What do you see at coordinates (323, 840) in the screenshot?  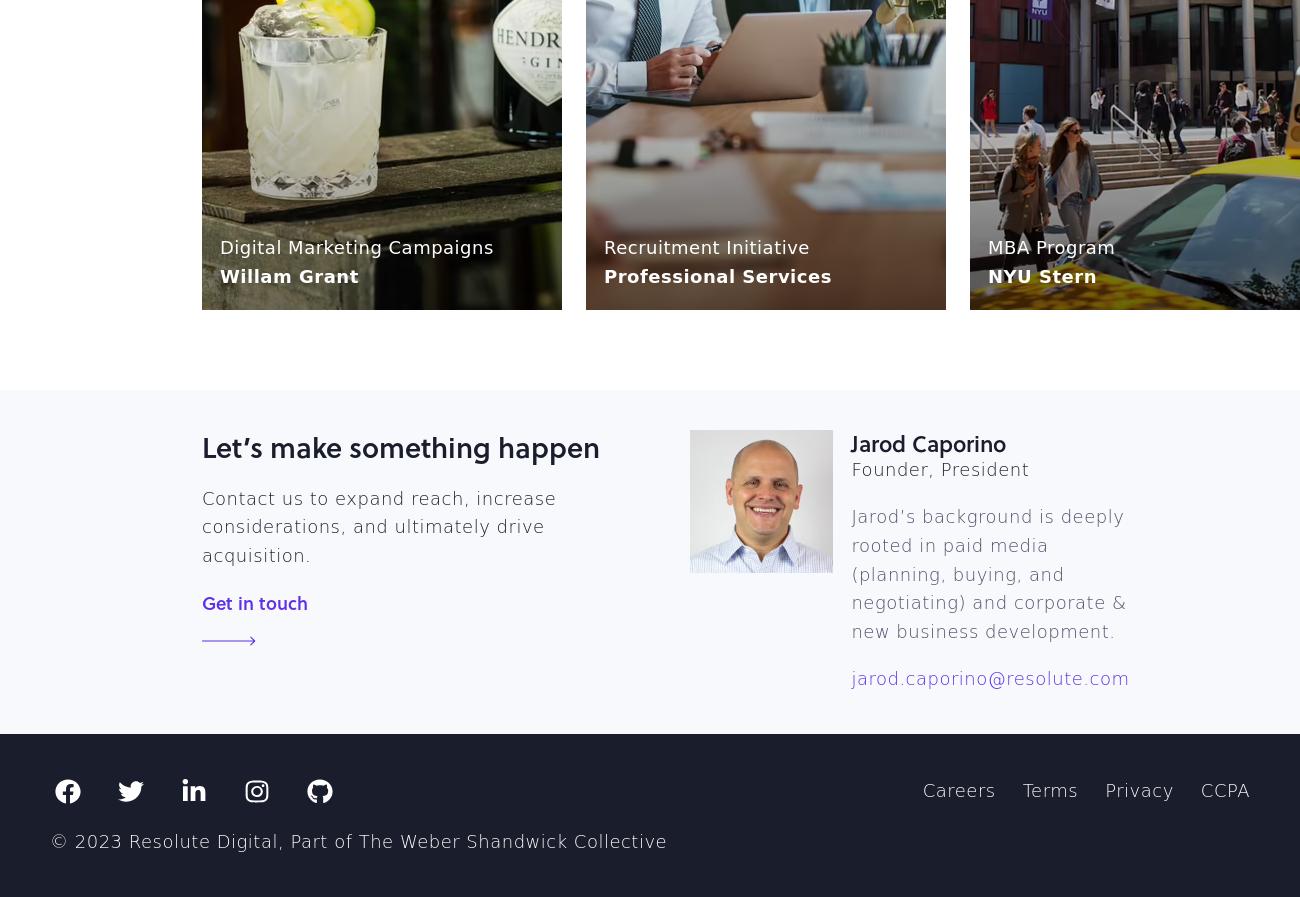 I see `'Part of'` at bounding box center [323, 840].